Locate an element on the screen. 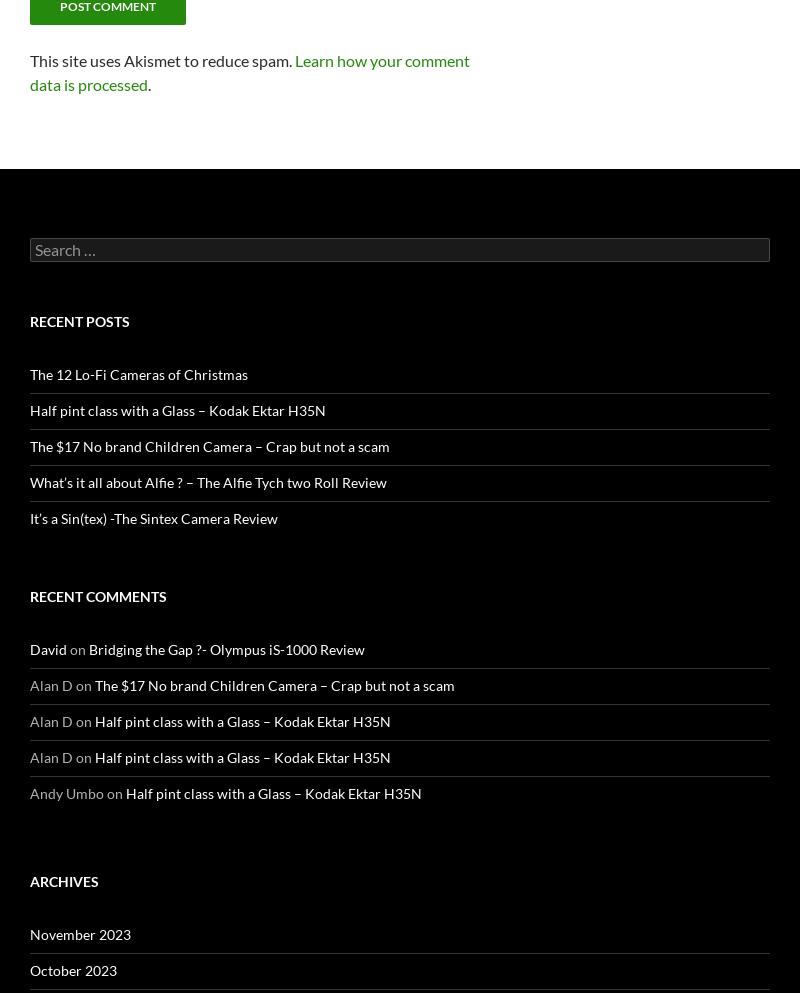 The height and width of the screenshot is (993, 800). 'Andy Umbo' is located at coordinates (30, 791).